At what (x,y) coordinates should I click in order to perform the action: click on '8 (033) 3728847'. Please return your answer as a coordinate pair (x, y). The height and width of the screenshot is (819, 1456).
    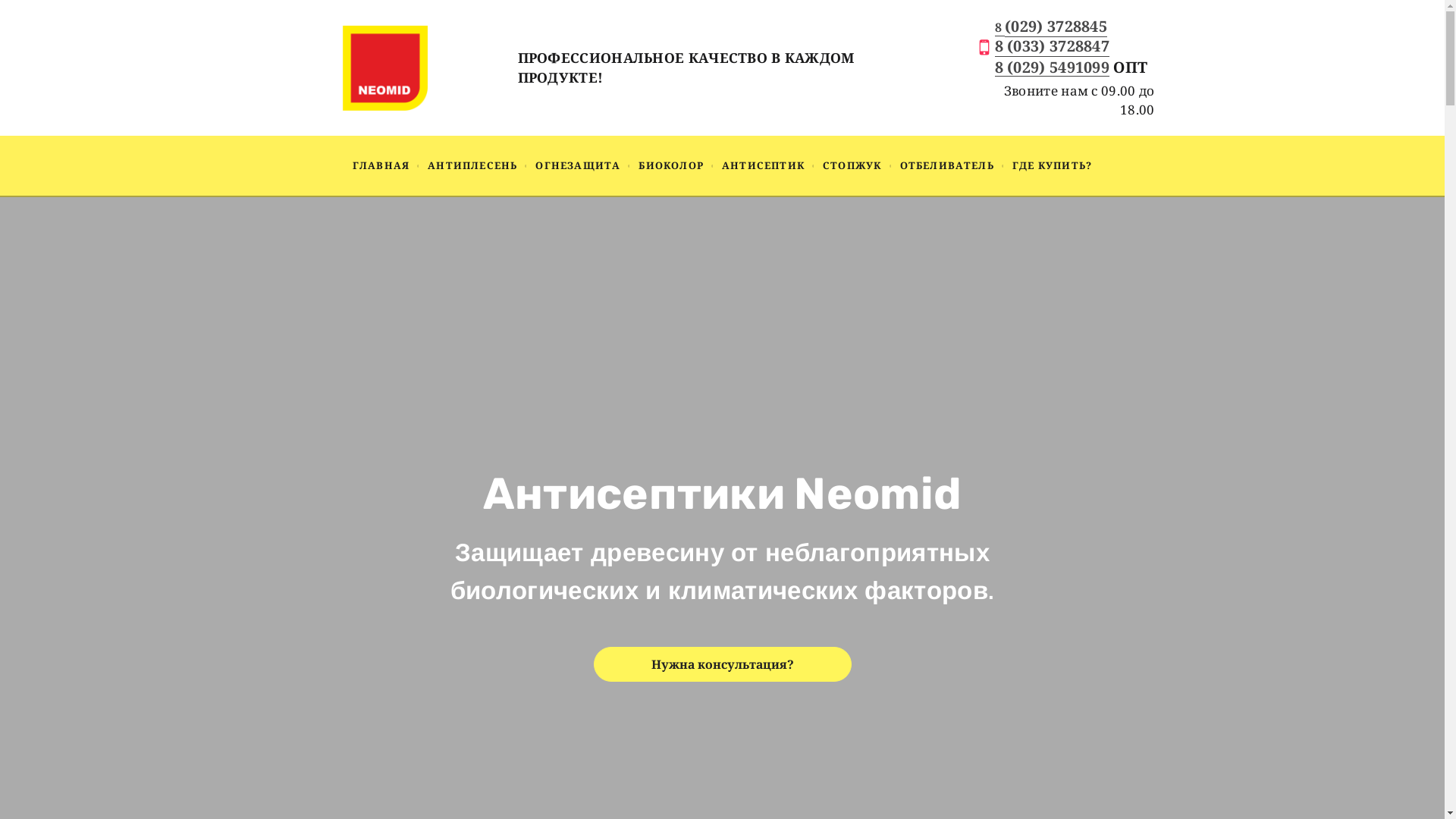
    Looking at the image, I should click on (1051, 45).